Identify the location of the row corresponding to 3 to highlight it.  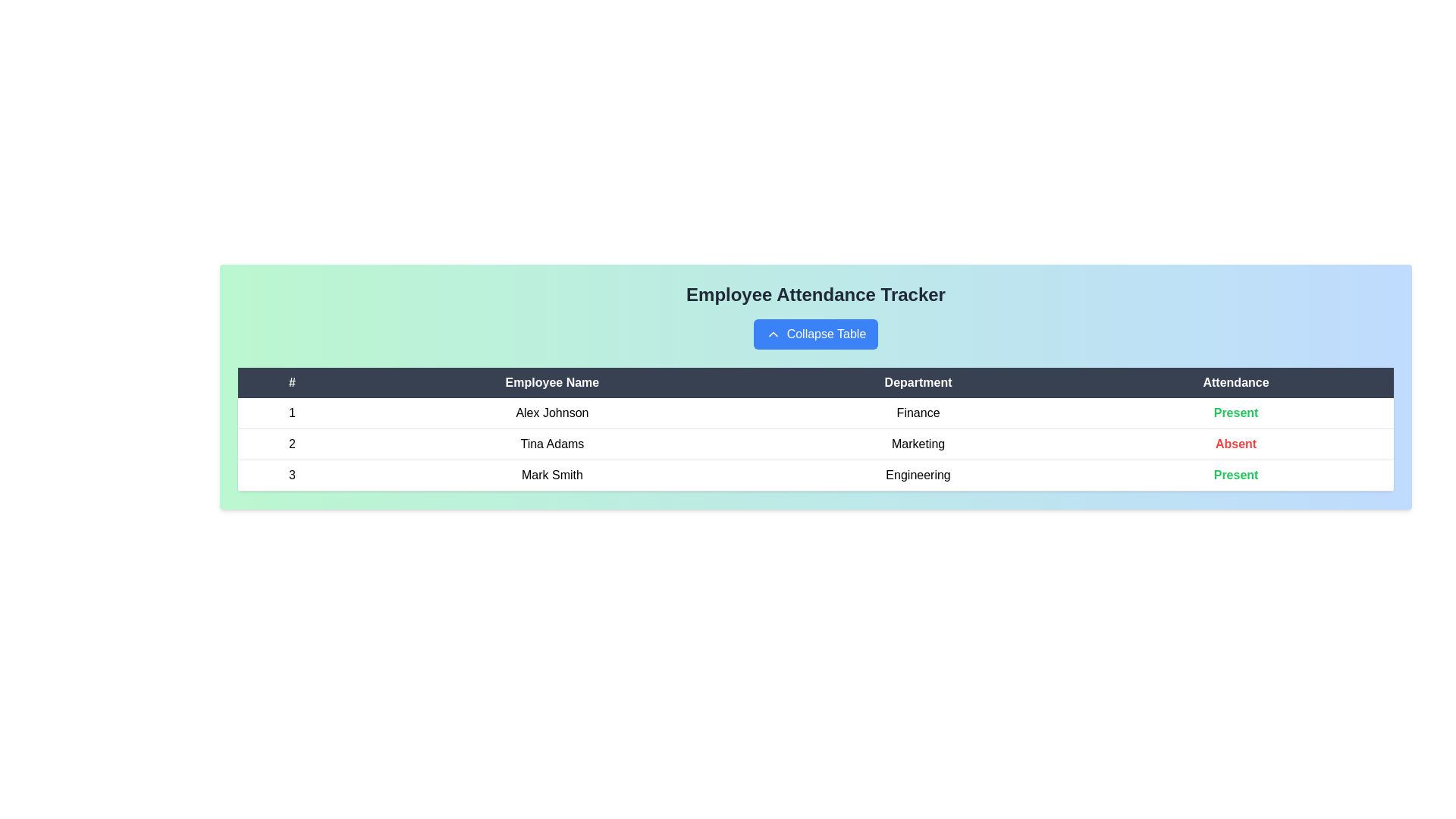
(814, 475).